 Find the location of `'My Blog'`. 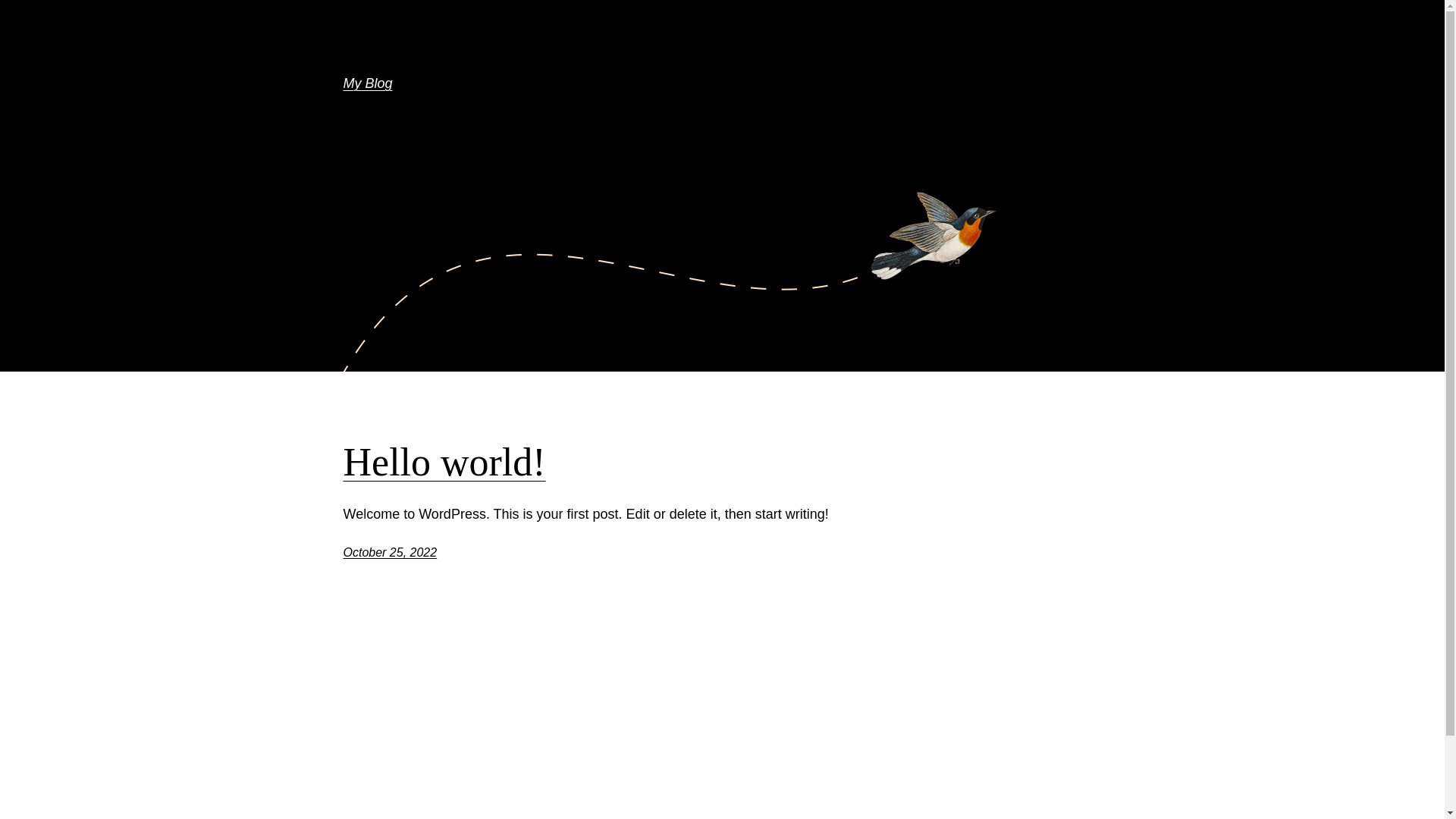

'My Blog' is located at coordinates (341, 83).